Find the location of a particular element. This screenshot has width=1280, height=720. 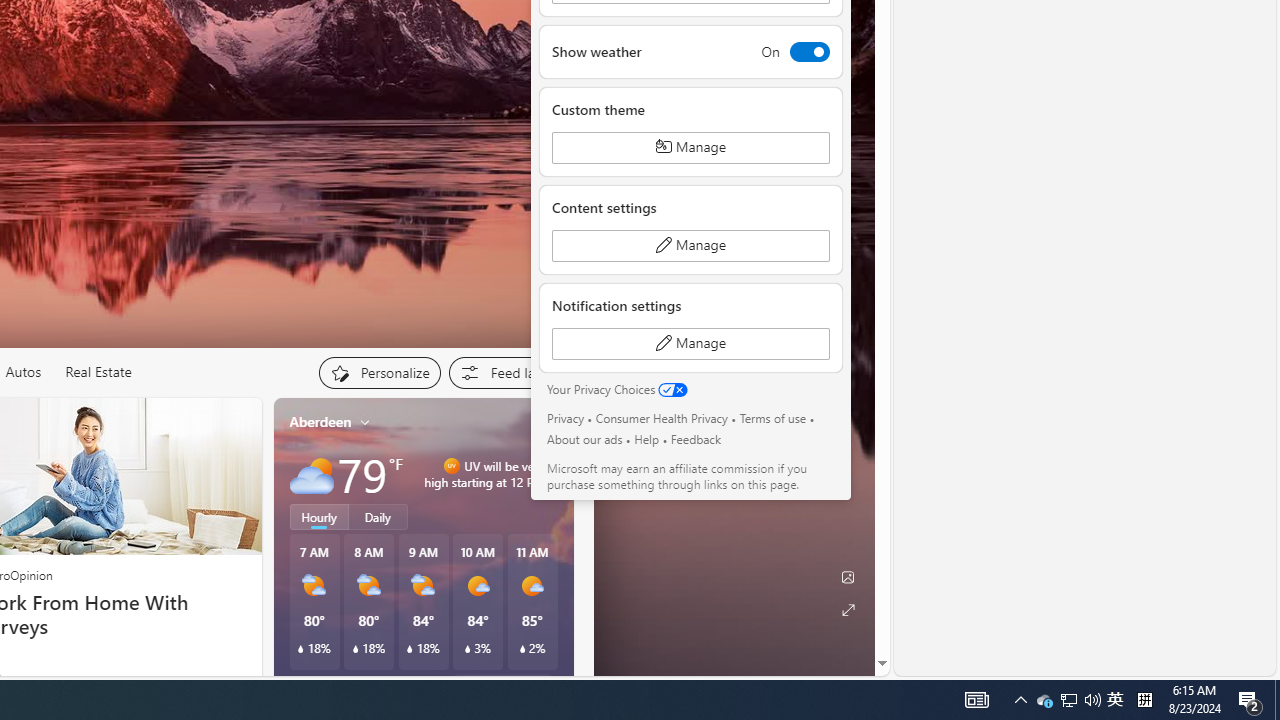

'My location' is located at coordinates (365, 420).